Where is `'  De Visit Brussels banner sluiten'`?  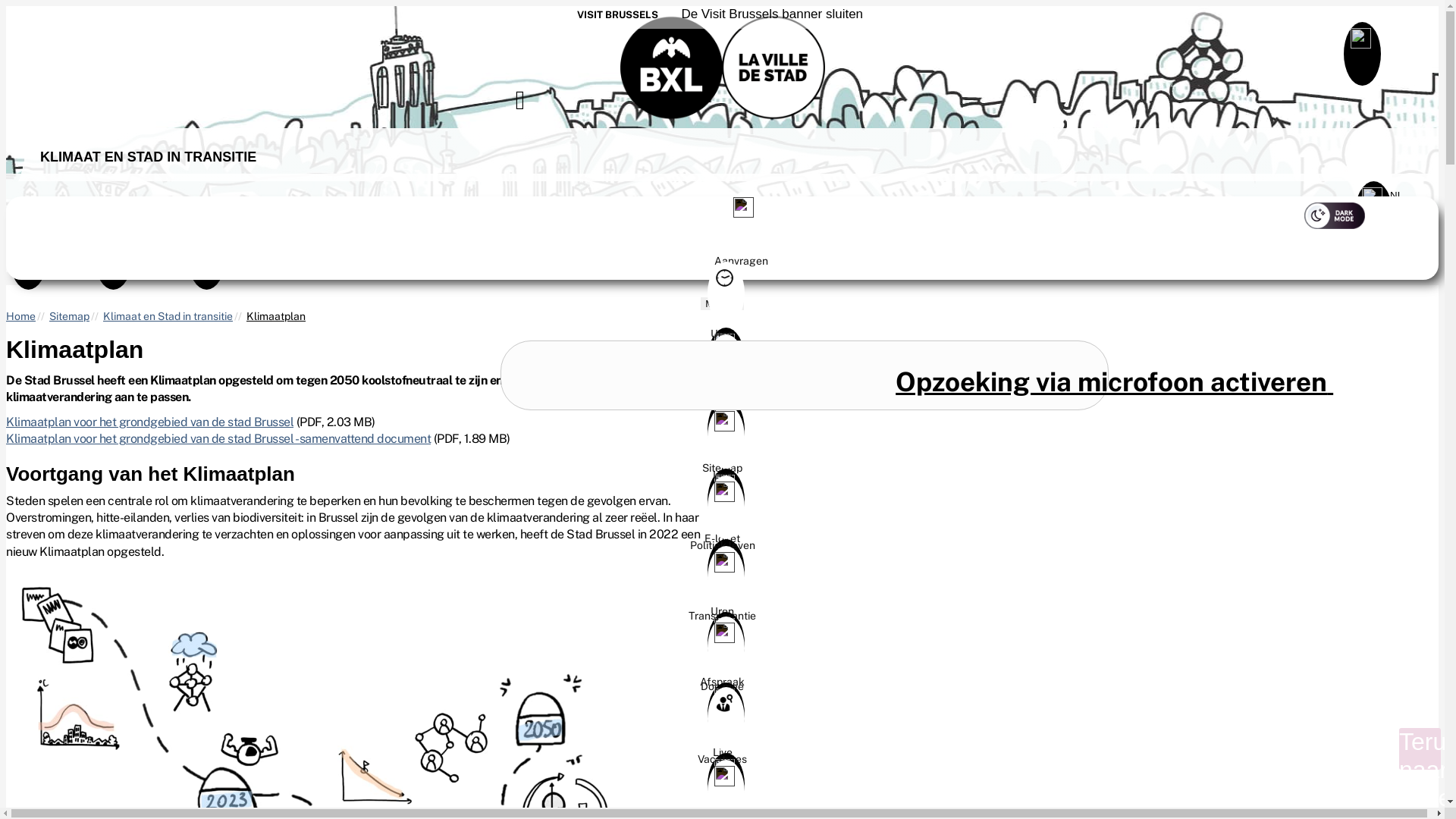 '  De Visit Brussels banner sluiten' is located at coordinates (768, 14).